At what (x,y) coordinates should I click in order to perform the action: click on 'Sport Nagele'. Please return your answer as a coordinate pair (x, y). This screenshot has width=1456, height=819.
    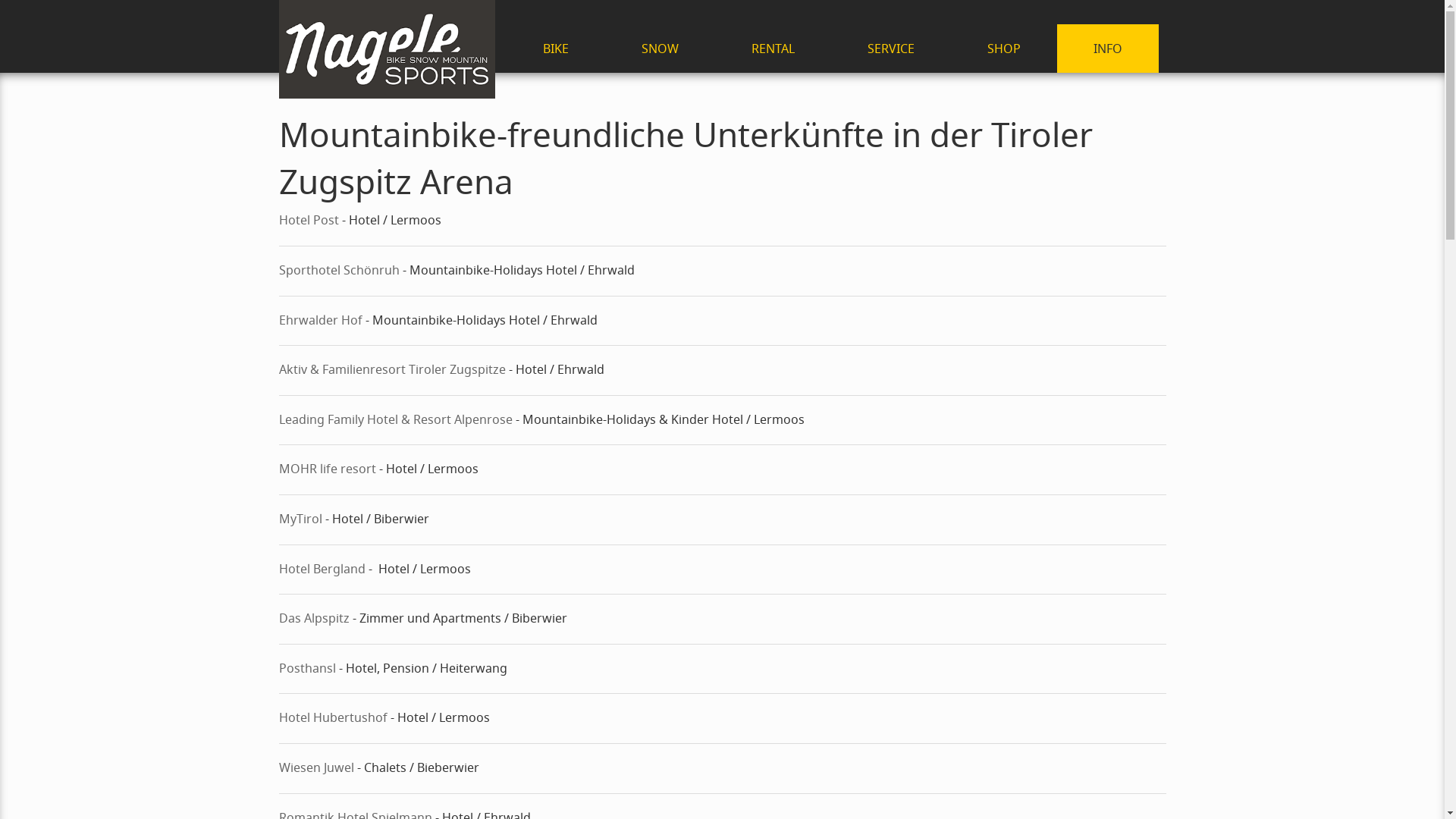
    Looking at the image, I should click on (387, 49).